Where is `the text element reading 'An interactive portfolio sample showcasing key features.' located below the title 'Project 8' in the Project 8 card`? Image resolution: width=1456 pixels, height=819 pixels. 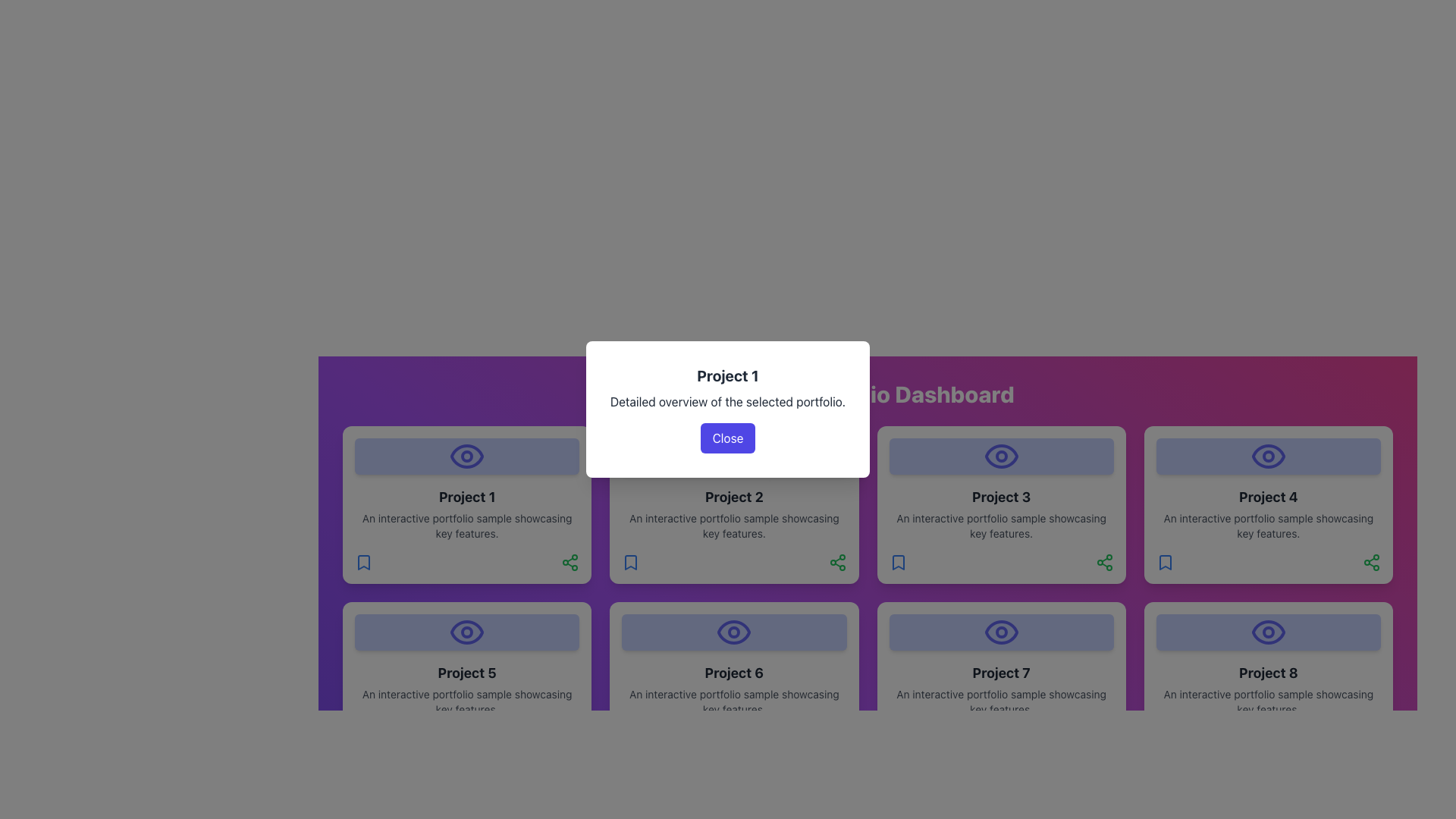 the text element reading 'An interactive portfolio sample showcasing key features.' located below the title 'Project 8' in the Project 8 card is located at coordinates (1268, 701).